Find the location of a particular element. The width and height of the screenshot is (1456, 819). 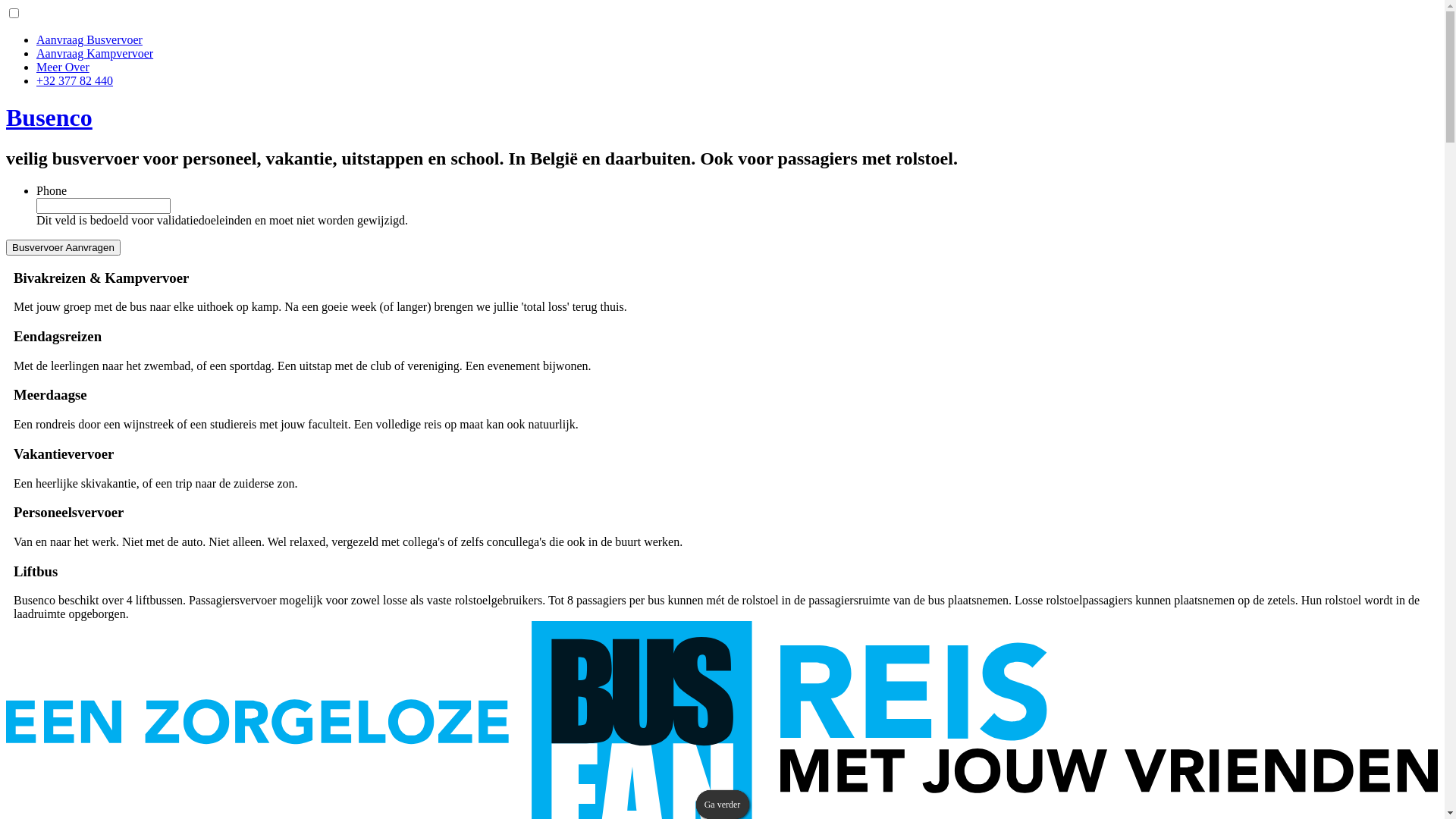

'Aanvraag Busvervoer' is located at coordinates (89, 39).